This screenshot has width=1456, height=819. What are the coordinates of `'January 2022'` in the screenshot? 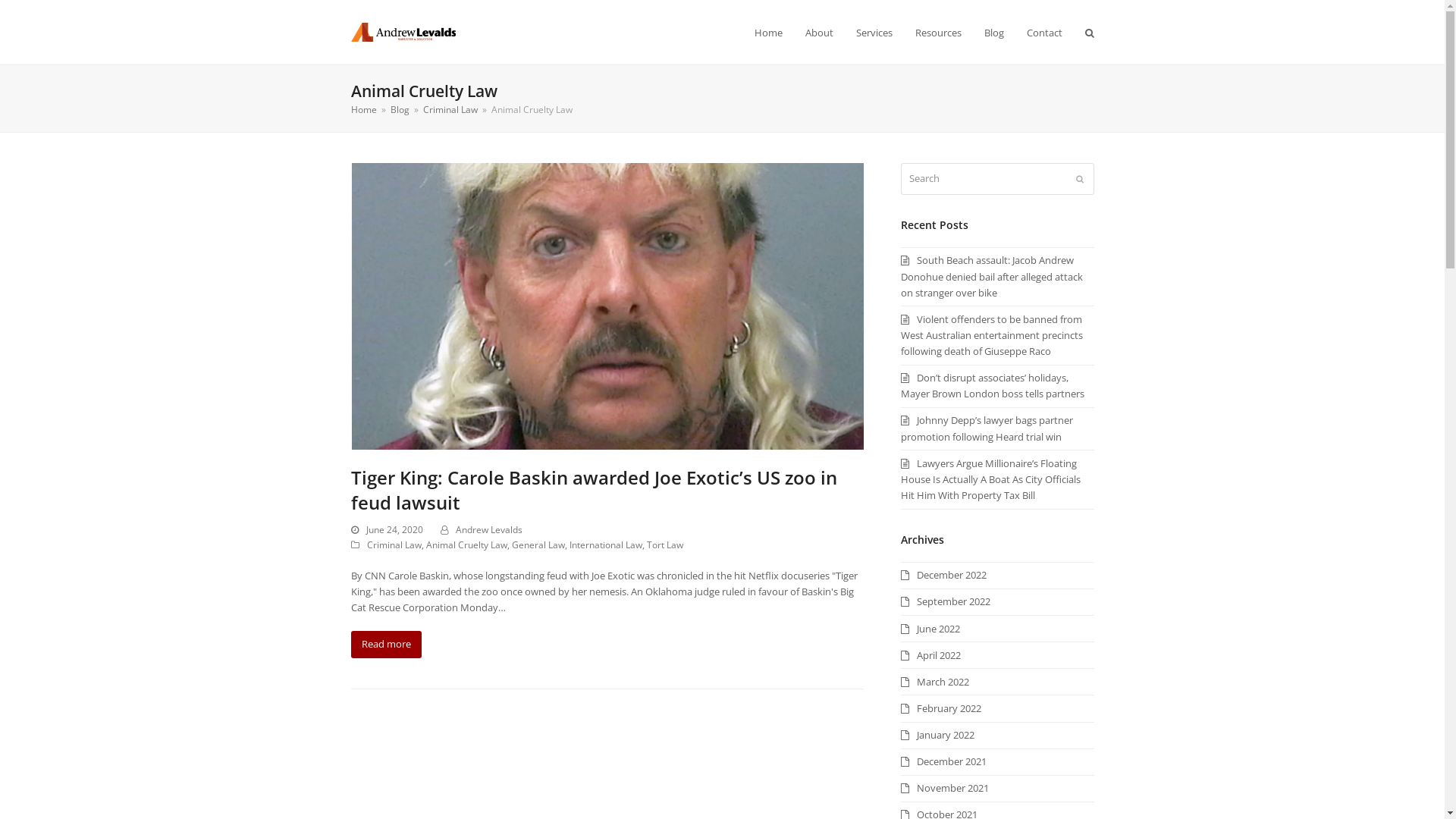 It's located at (937, 733).